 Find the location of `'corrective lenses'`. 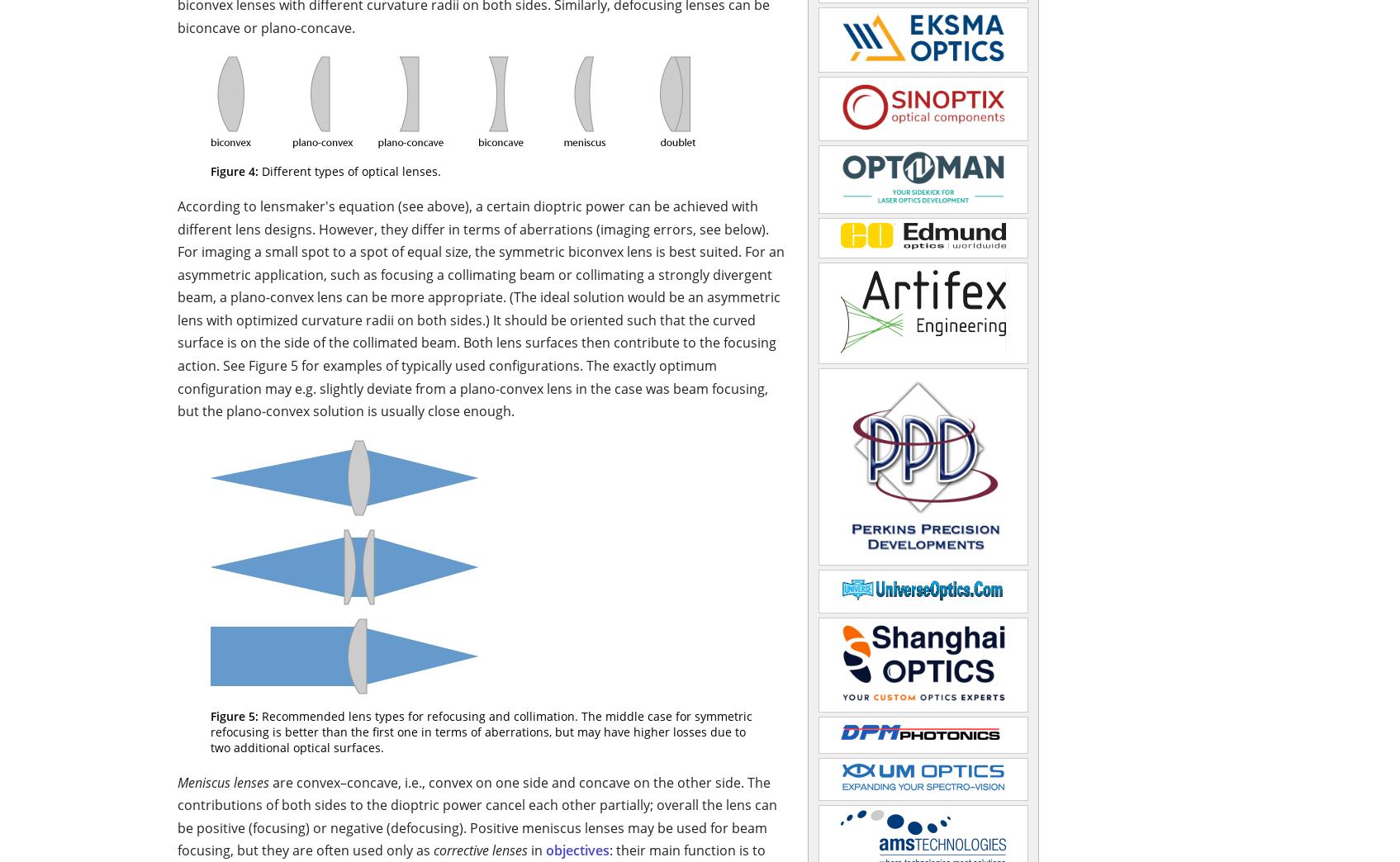

'corrective lenses' is located at coordinates (481, 850).